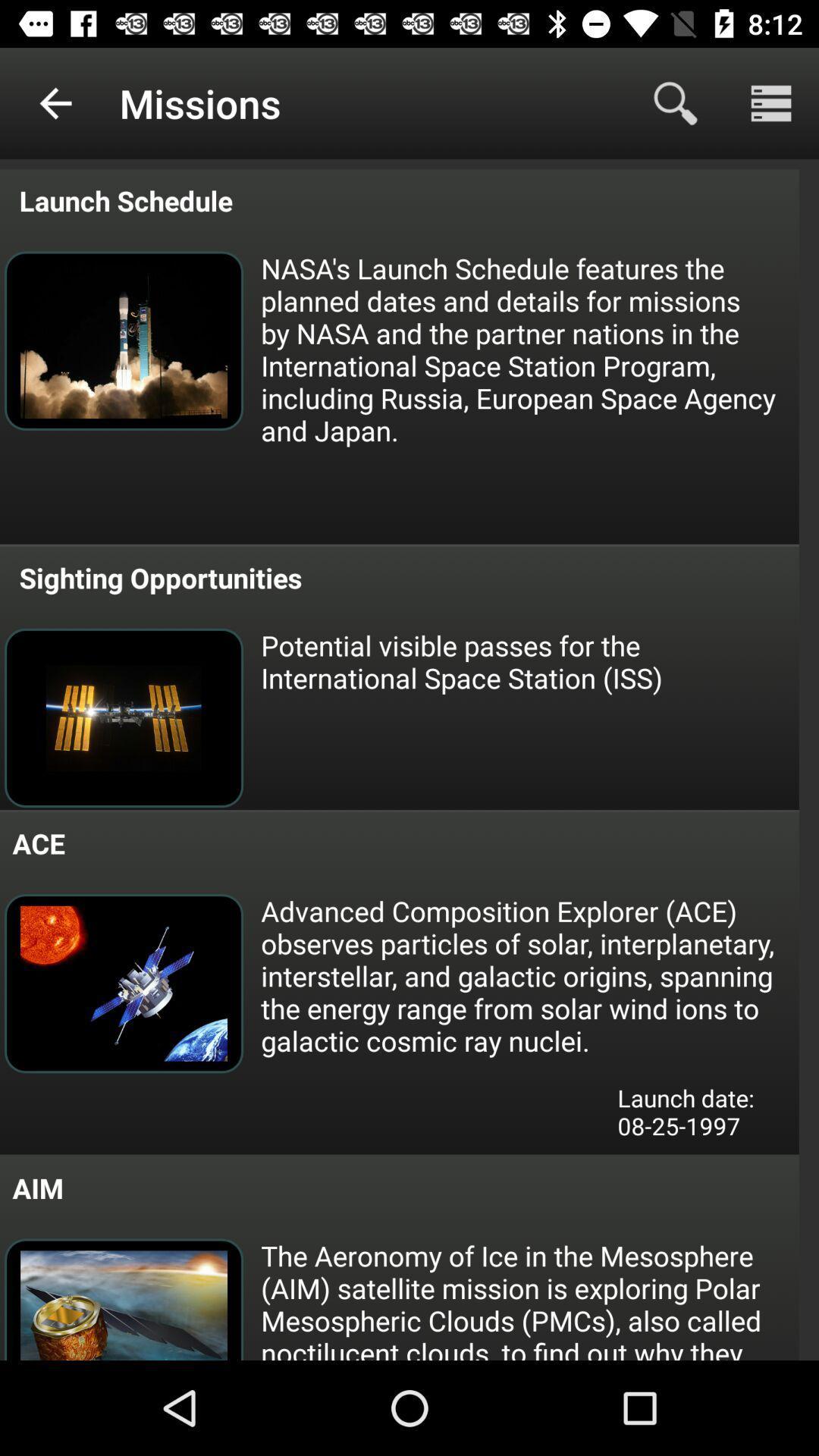  What do you see at coordinates (157, 577) in the screenshot?
I see `the  sighting opportunities item` at bounding box center [157, 577].